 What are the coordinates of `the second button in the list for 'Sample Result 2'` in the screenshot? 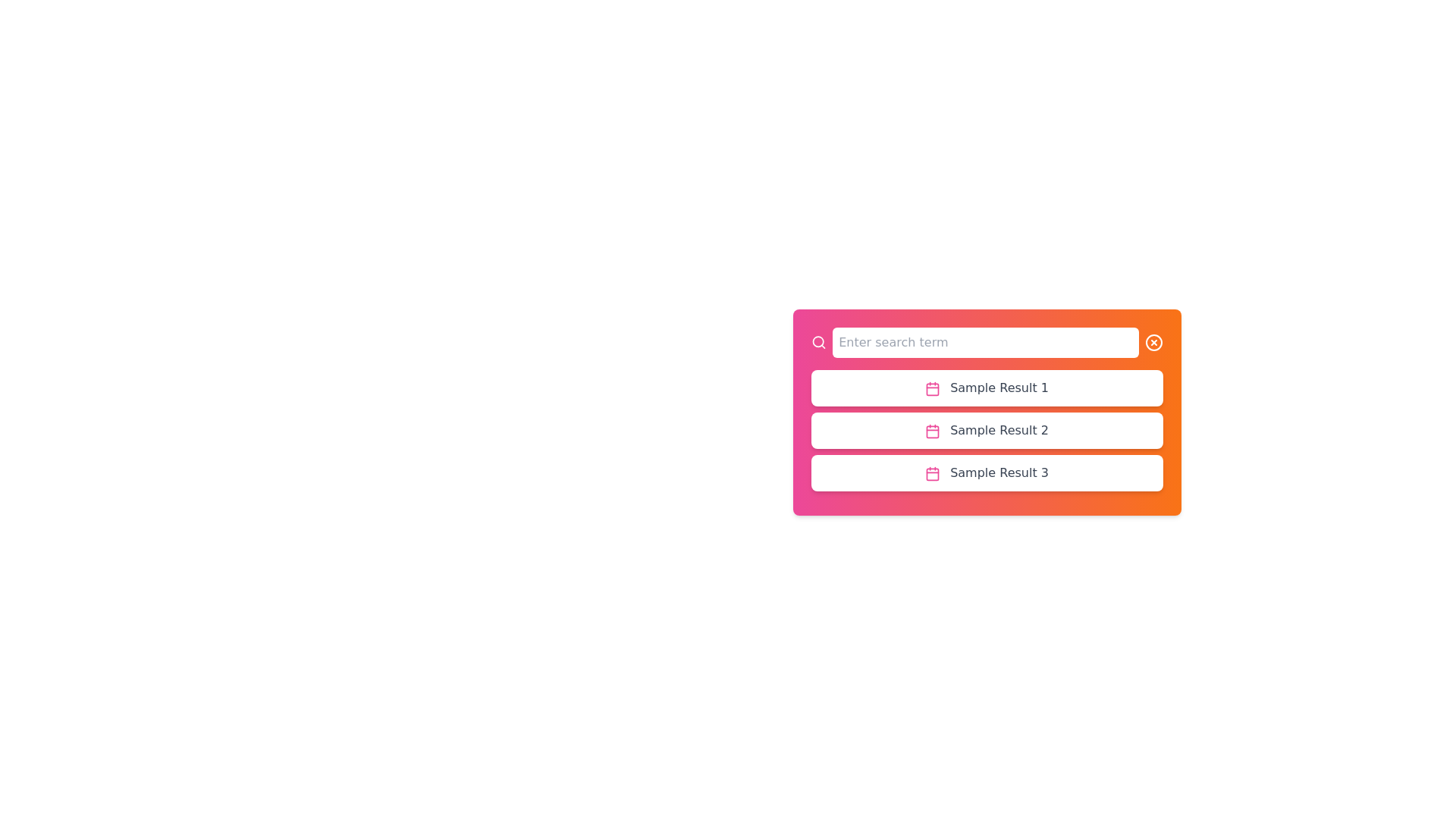 It's located at (987, 430).